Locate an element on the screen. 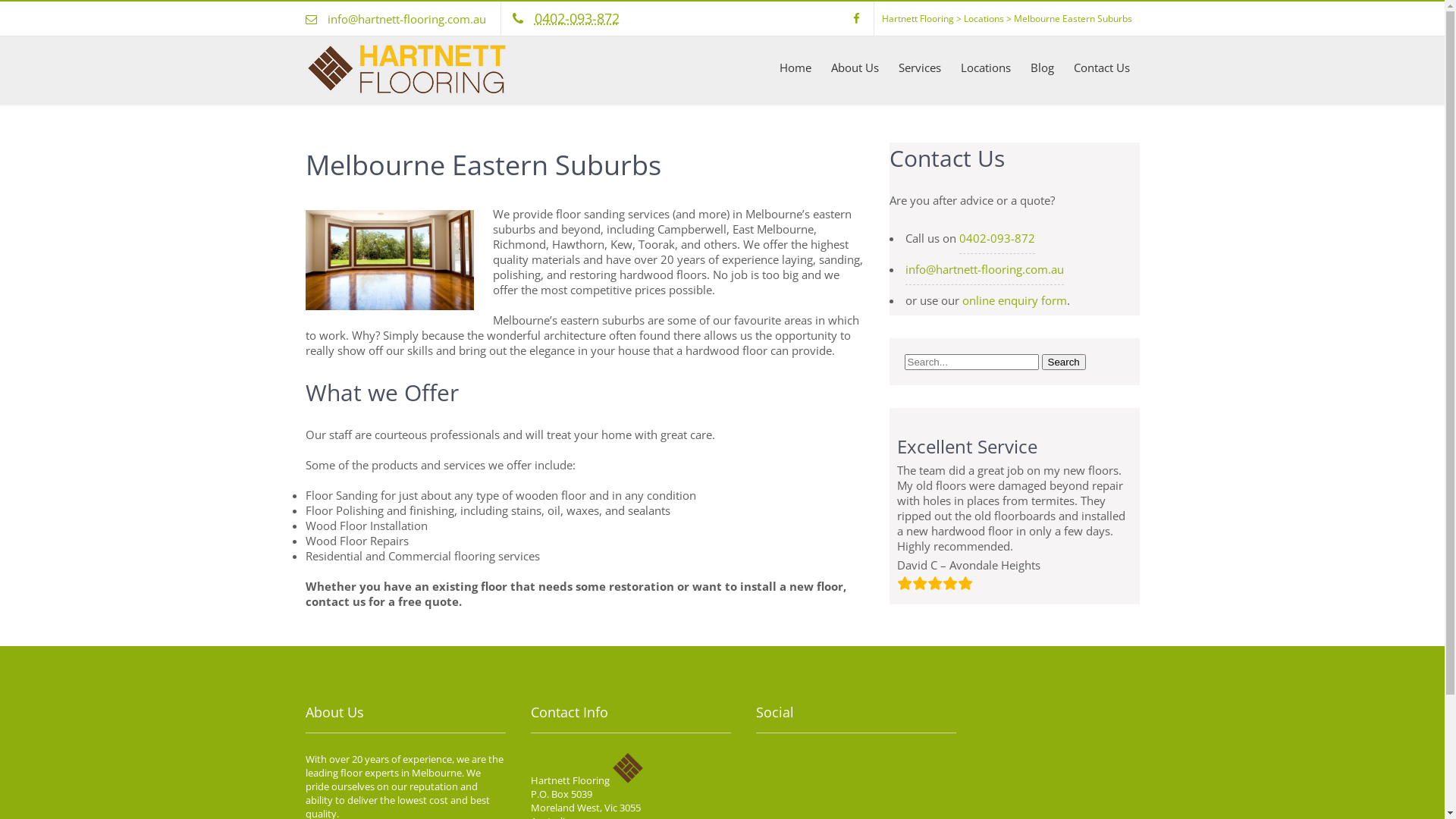 The width and height of the screenshot is (1456, 819). '0402-093-872' is located at coordinates (575, 17).